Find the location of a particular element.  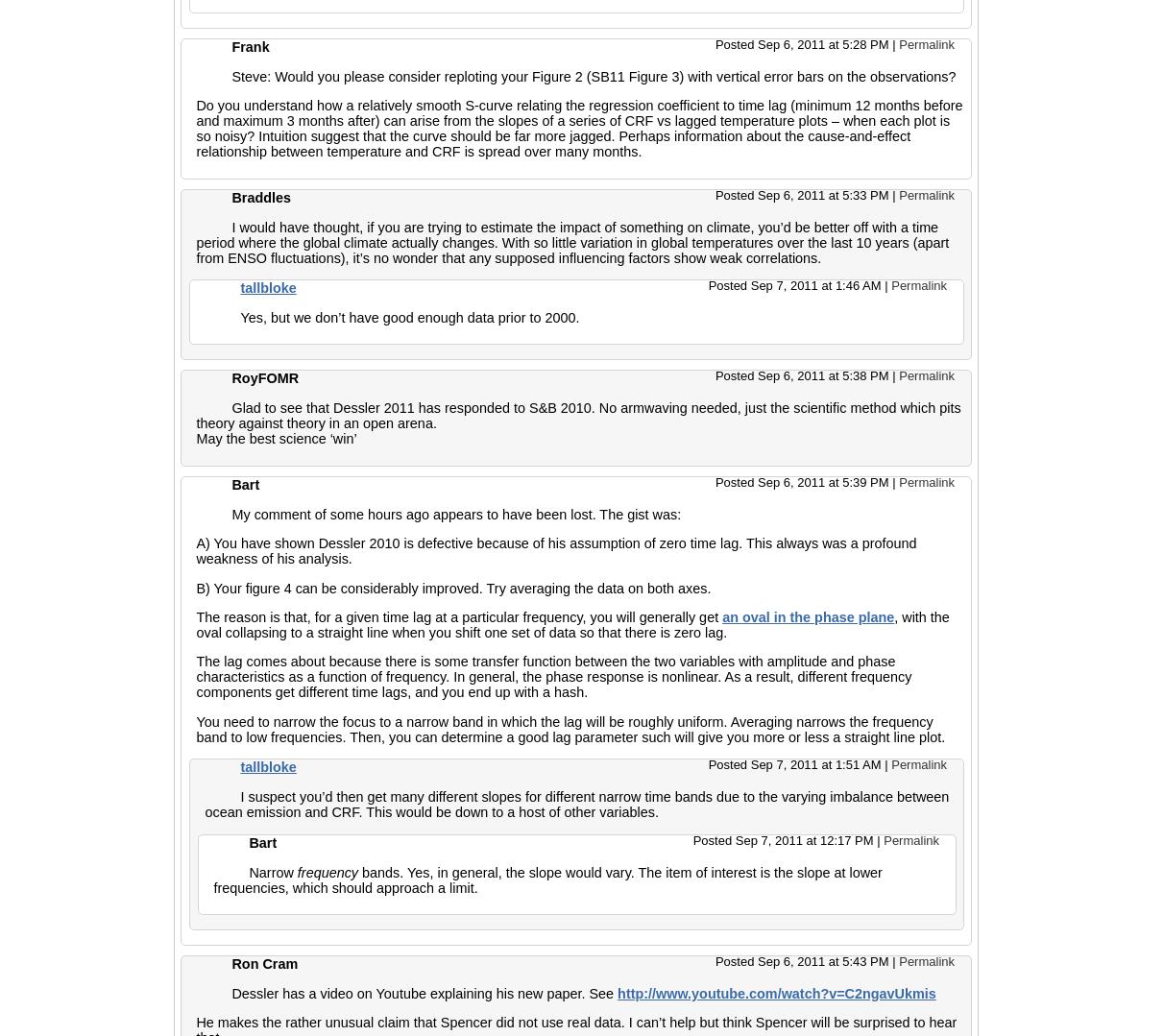

'I would have thought, if you are trying to estimate the impact of something on climate, you’d be better off with a time period where the global climate actually changes. With so little variation in global temperatures over the last 10 years (apart from ENSO fluctuations), it’s no wonder that any supposed influencing factors show weak correlations.' is located at coordinates (571, 241).